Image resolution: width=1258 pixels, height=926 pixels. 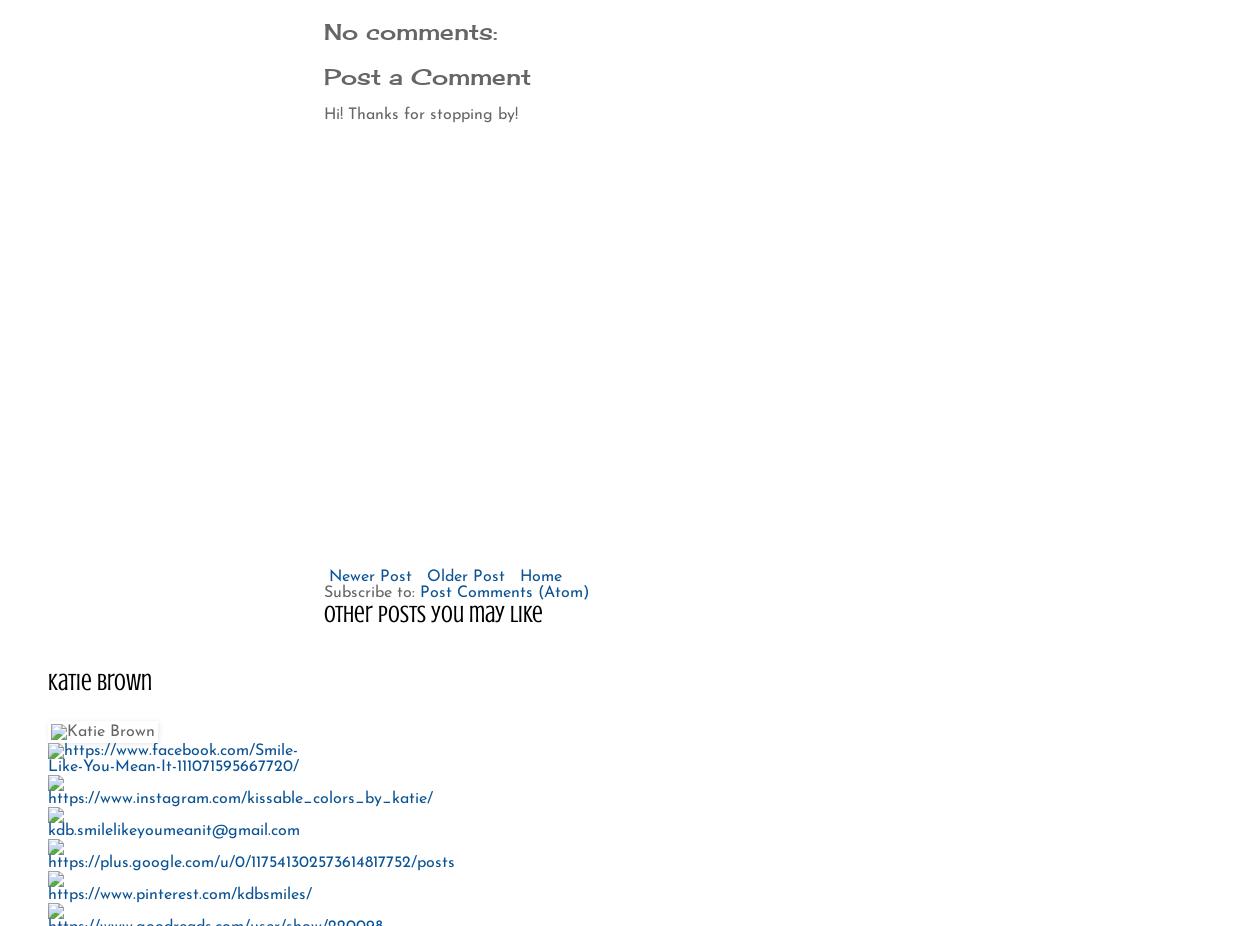 What do you see at coordinates (503, 590) in the screenshot?
I see `'Post Comments (Atom)'` at bounding box center [503, 590].